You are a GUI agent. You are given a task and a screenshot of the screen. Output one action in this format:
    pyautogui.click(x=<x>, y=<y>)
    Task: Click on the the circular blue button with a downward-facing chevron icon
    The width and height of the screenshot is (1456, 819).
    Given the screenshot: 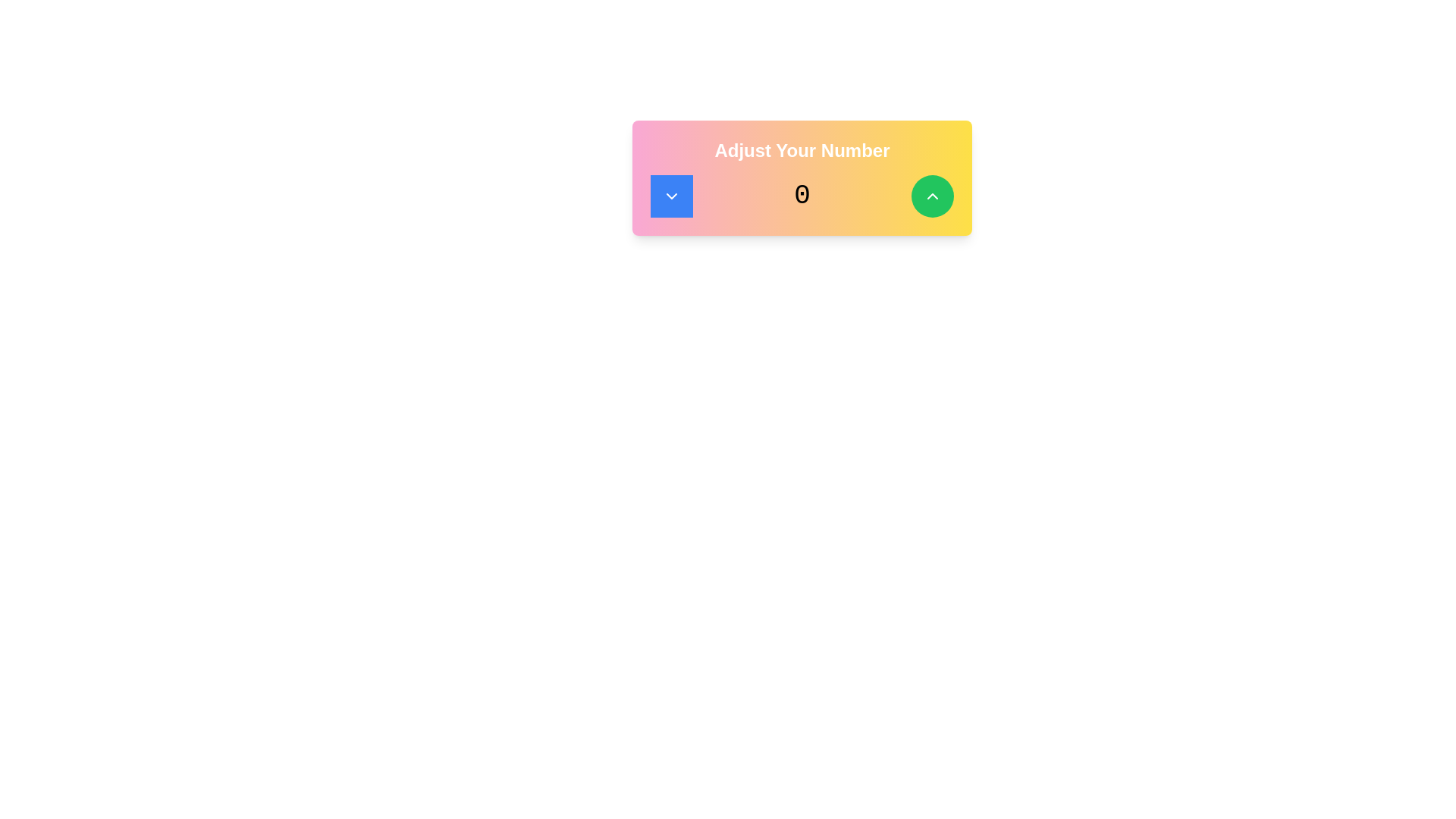 What is the action you would take?
    pyautogui.click(x=671, y=195)
    